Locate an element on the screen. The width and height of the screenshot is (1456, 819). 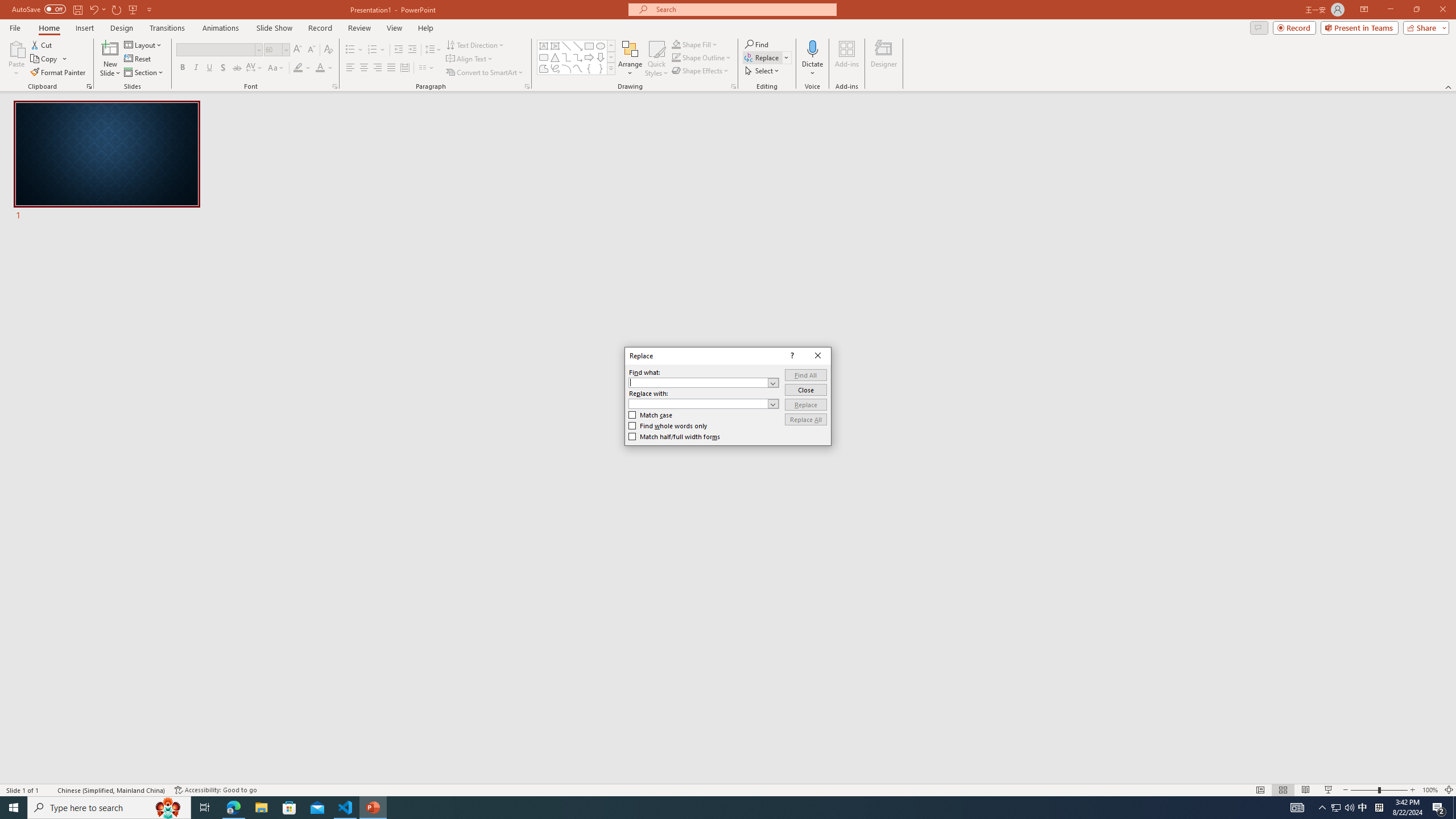
'Arrow: Right' is located at coordinates (589, 56).